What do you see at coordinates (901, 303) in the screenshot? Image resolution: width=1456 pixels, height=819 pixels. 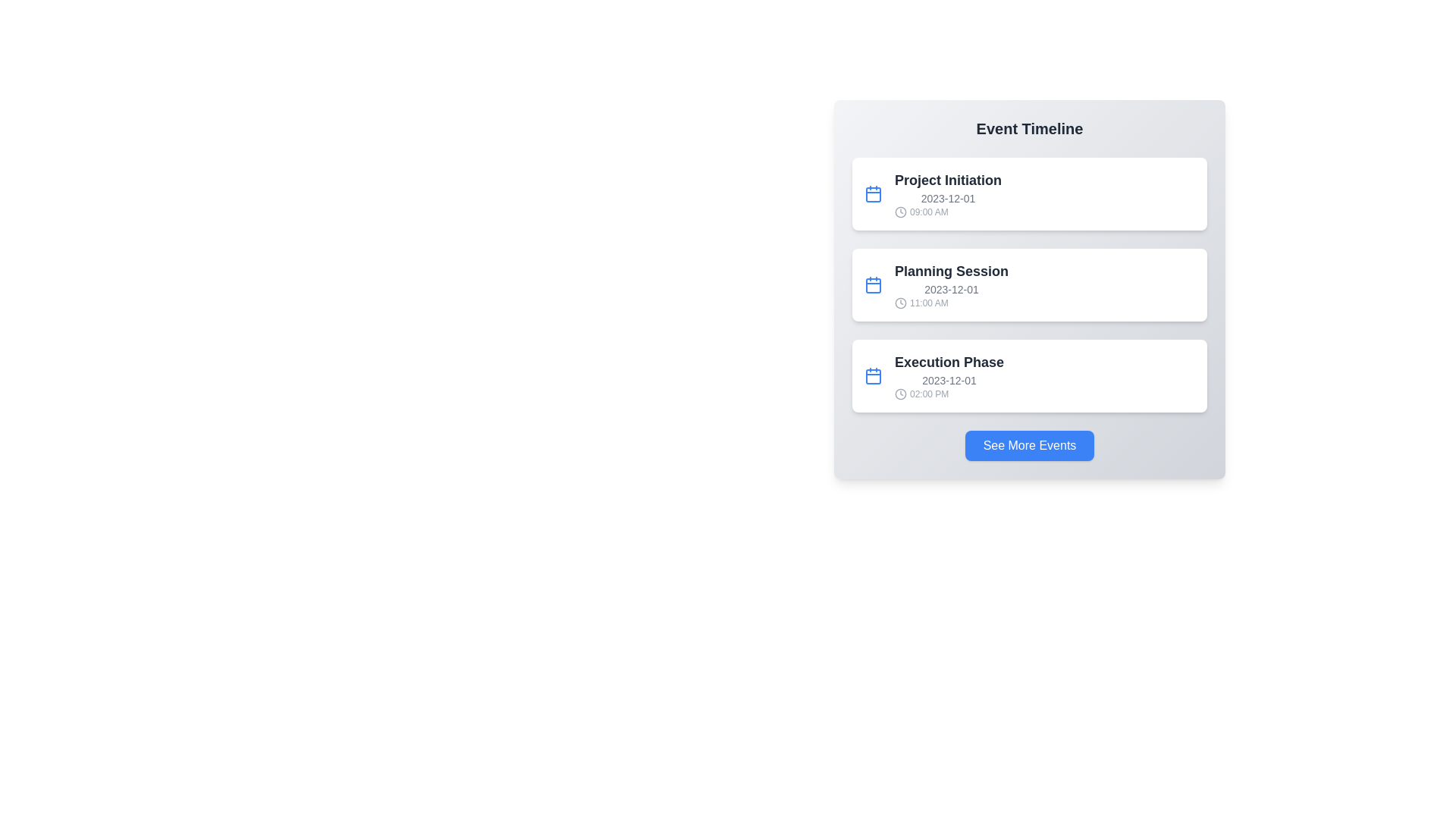 I see `the clock icon associated with the Planning Session event` at bounding box center [901, 303].